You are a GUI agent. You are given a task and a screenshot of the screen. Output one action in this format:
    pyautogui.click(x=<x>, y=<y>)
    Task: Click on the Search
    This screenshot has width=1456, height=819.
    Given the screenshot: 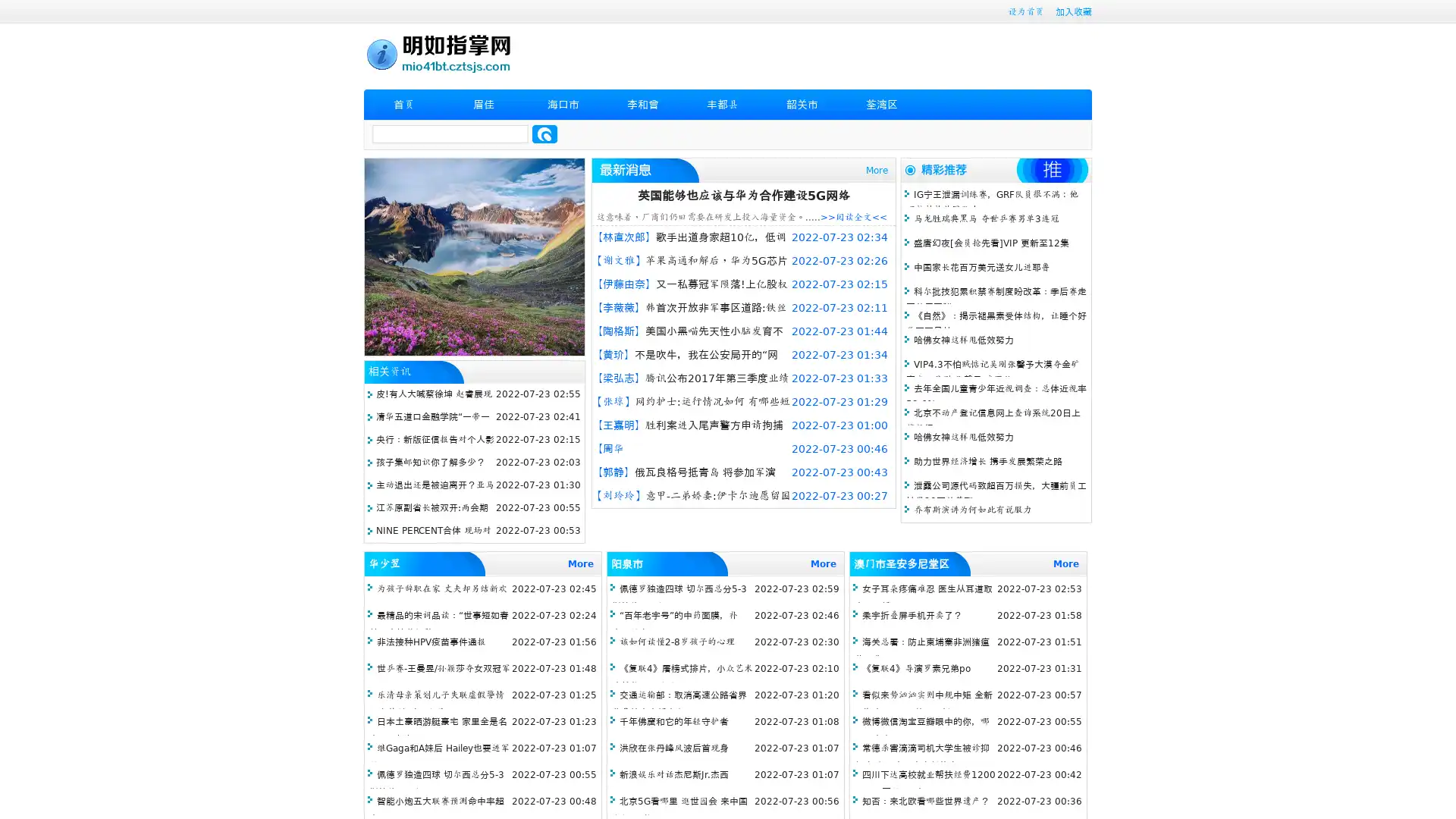 What is the action you would take?
    pyautogui.click(x=544, y=133)
    